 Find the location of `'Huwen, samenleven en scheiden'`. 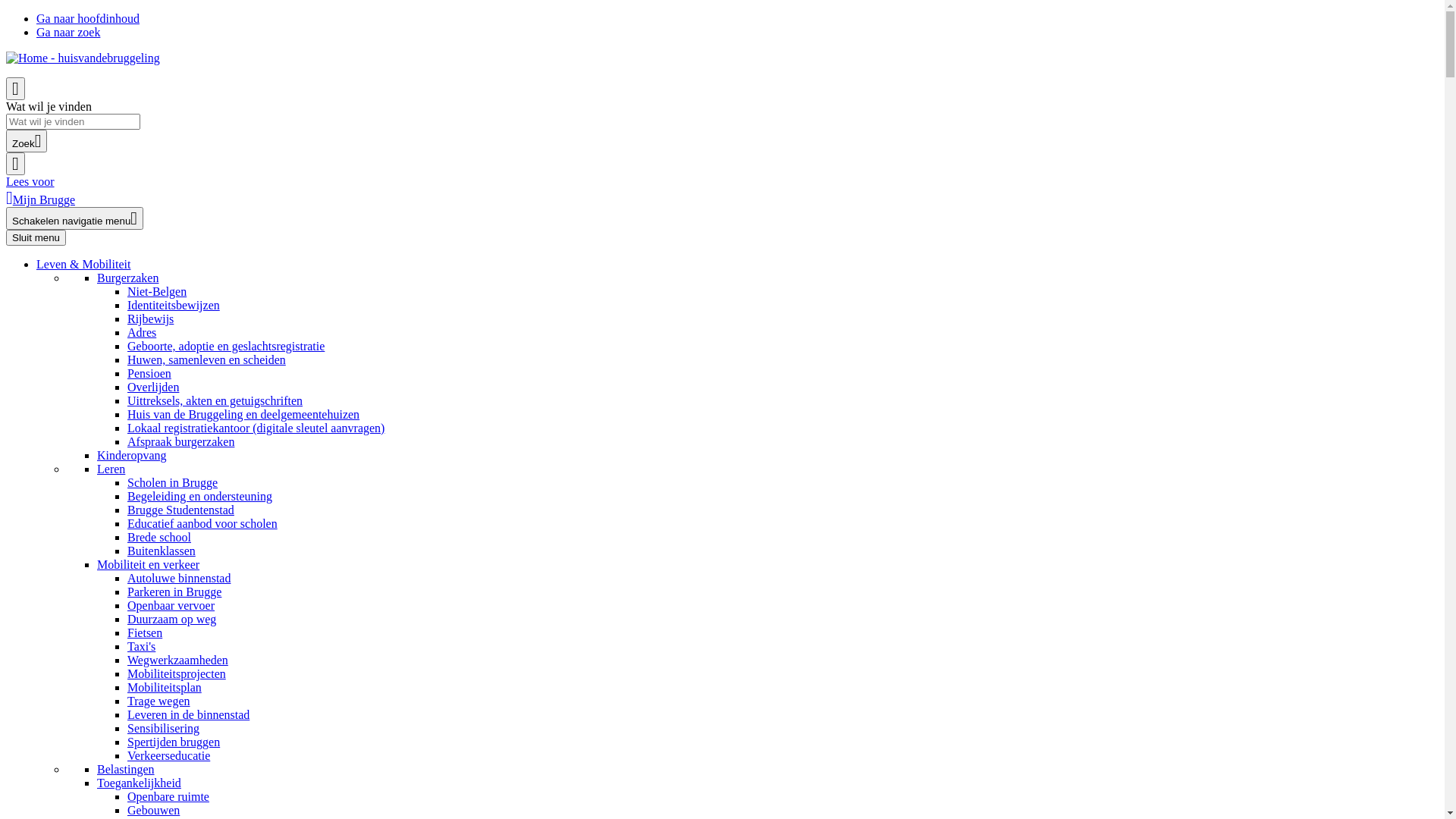

'Huwen, samenleven en scheiden' is located at coordinates (127, 359).